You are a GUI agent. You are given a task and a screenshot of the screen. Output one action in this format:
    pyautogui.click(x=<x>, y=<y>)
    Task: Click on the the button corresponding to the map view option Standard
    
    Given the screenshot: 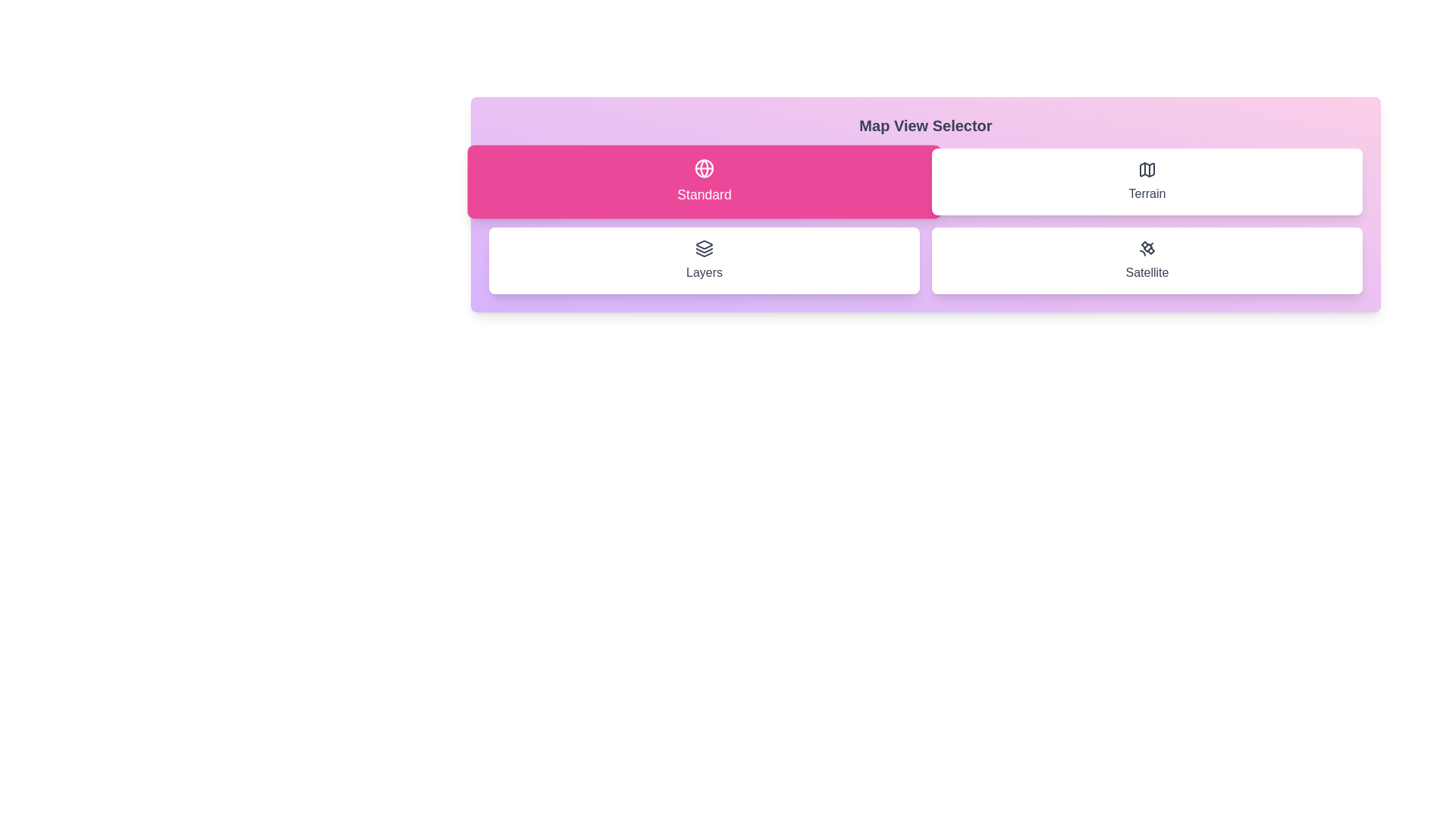 What is the action you would take?
    pyautogui.click(x=704, y=180)
    